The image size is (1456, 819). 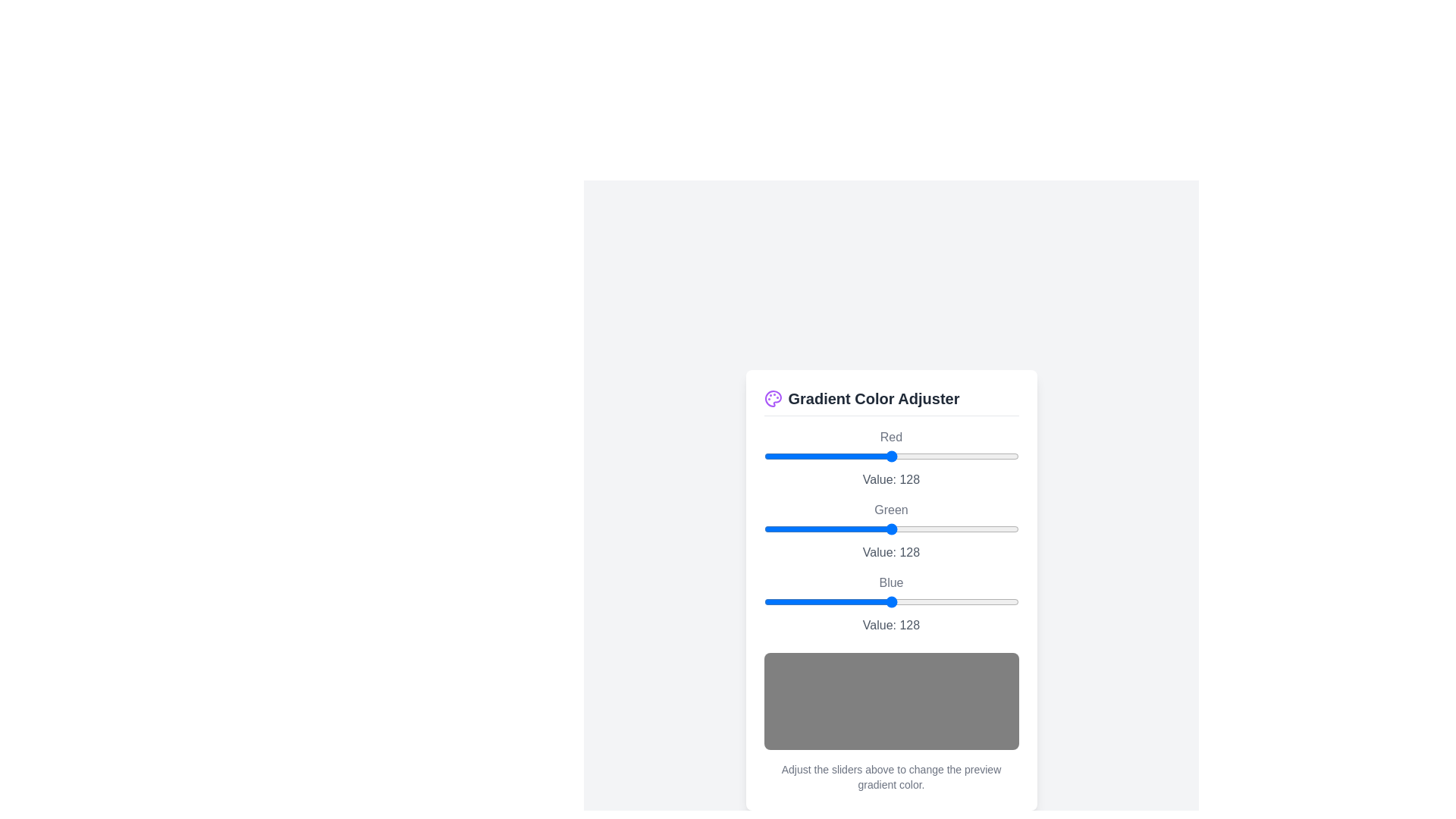 What do you see at coordinates (886, 601) in the screenshot?
I see `the blue slider to set its value to 123` at bounding box center [886, 601].